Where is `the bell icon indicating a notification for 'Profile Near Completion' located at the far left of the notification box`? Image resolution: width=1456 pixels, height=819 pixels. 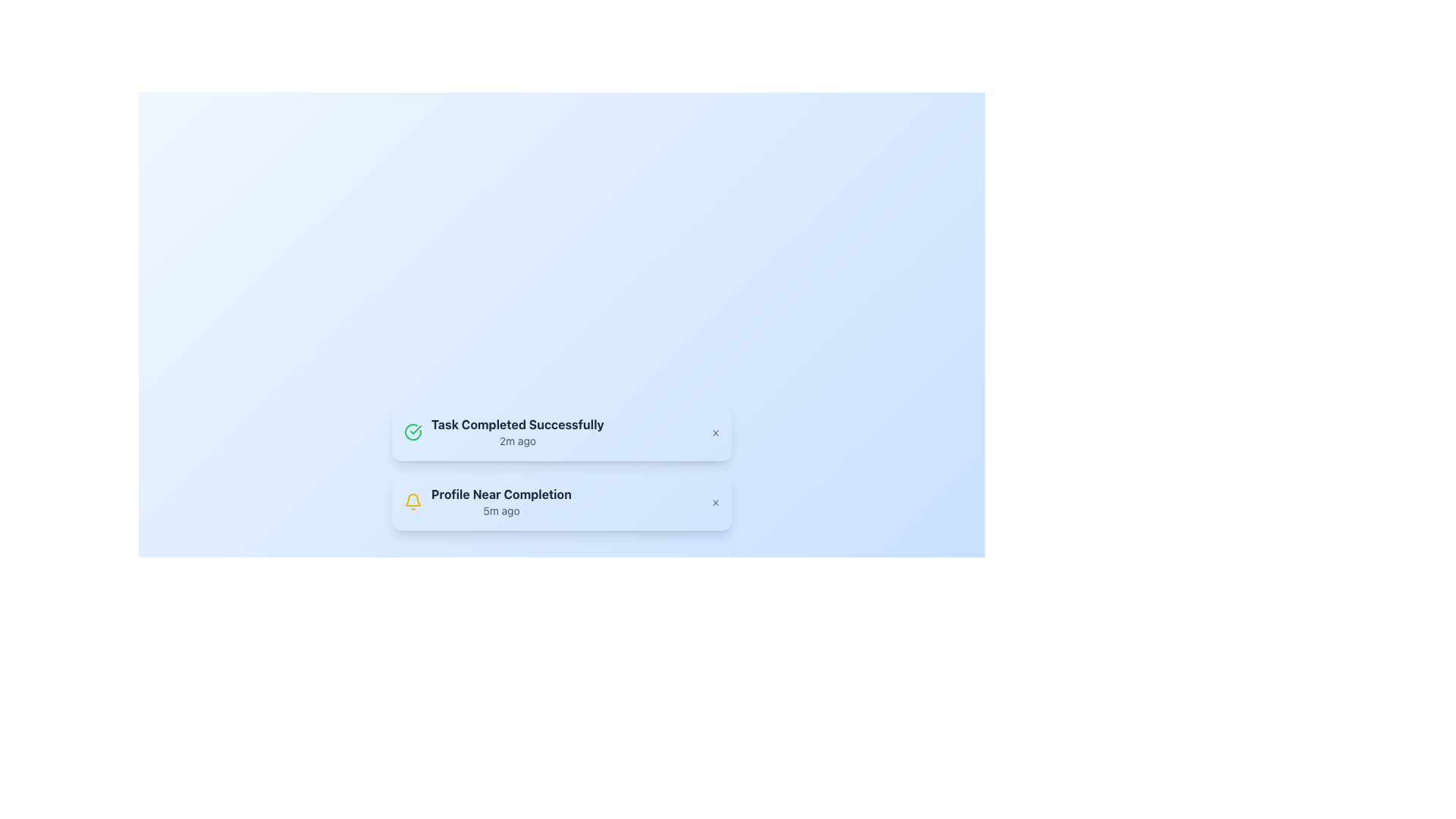 the bell icon indicating a notification for 'Profile Near Completion' located at the far left of the notification box is located at coordinates (413, 502).